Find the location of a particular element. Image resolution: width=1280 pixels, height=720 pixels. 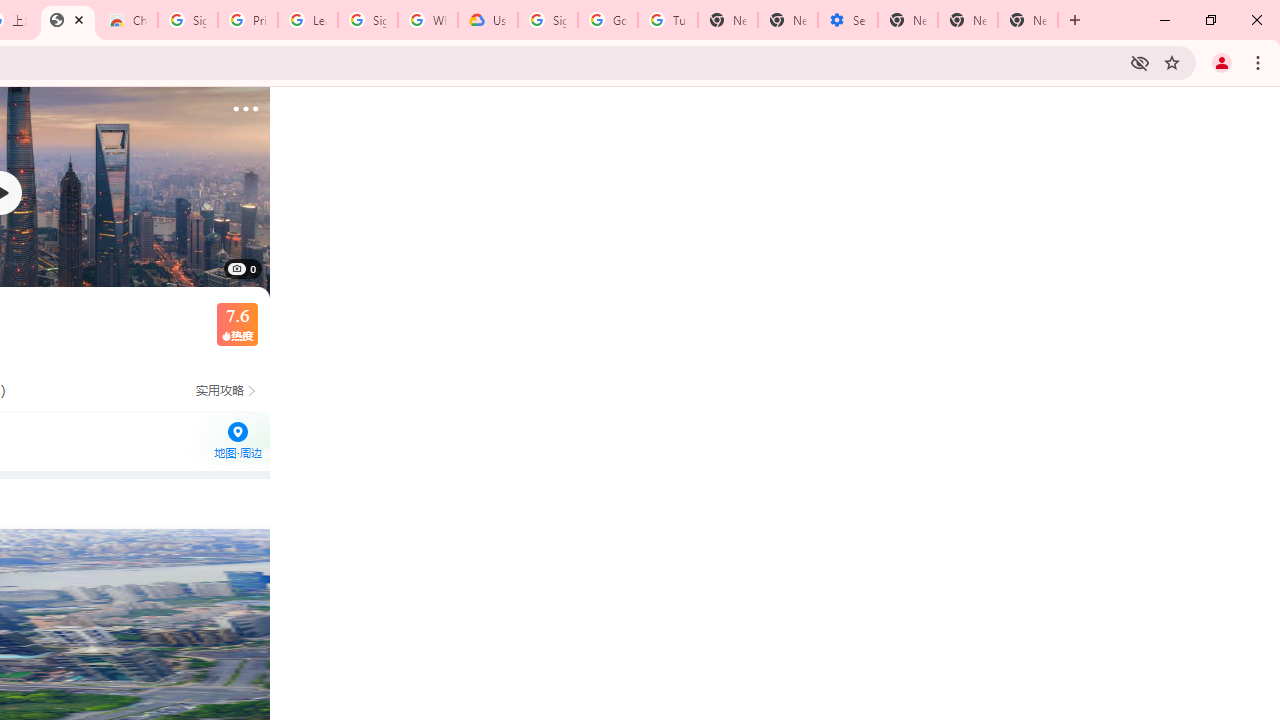

'Minimize' is located at coordinates (1165, 20).